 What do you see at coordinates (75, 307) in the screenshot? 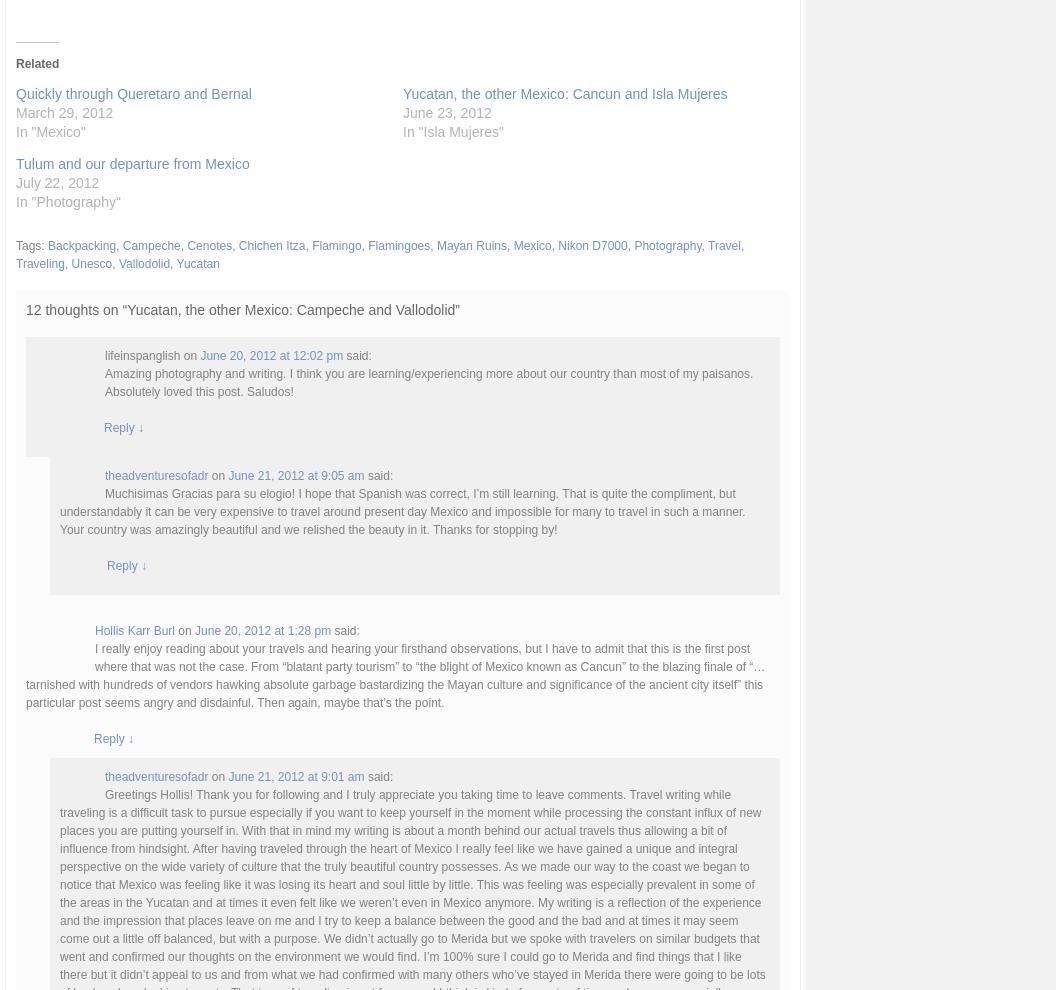
I see `'12 thoughts on “'` at bounding box center [75, 307].